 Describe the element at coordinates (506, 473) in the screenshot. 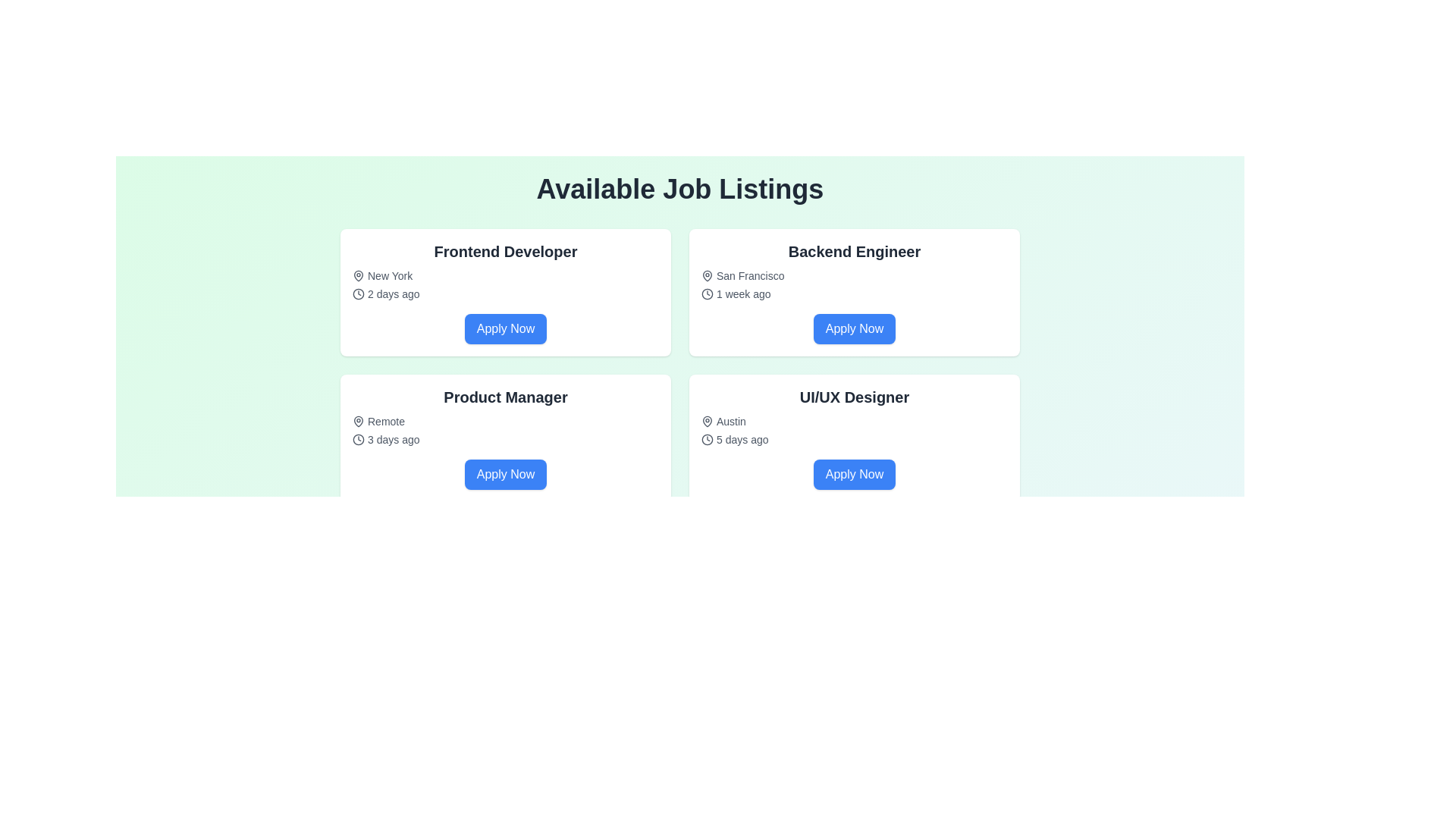

I see `the rectangular 'Apply Now' button with a blue background and white text located within the 'Product Manager' job listing card` at that location.